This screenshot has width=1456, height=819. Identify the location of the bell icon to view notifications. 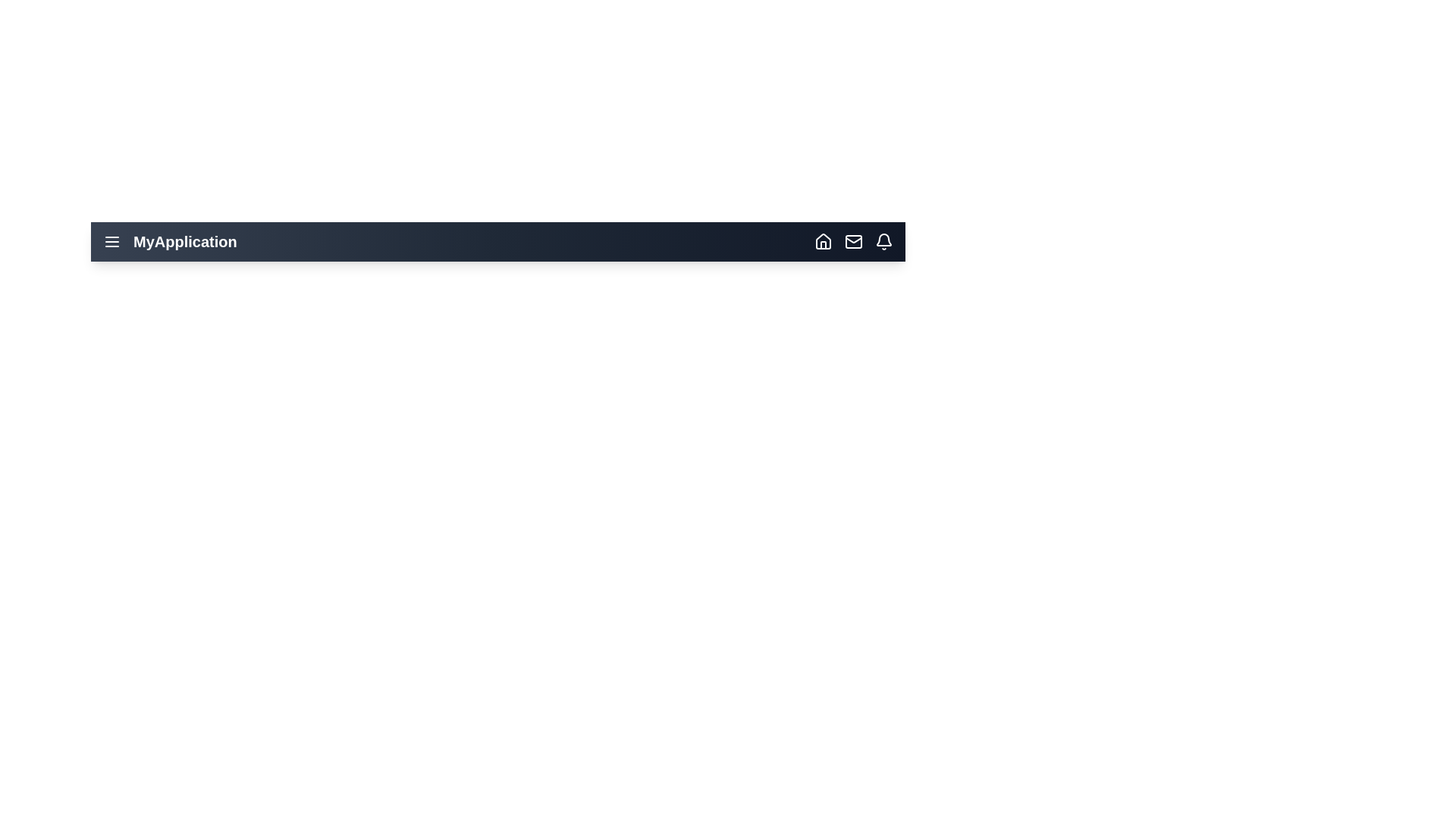
(884, 241).